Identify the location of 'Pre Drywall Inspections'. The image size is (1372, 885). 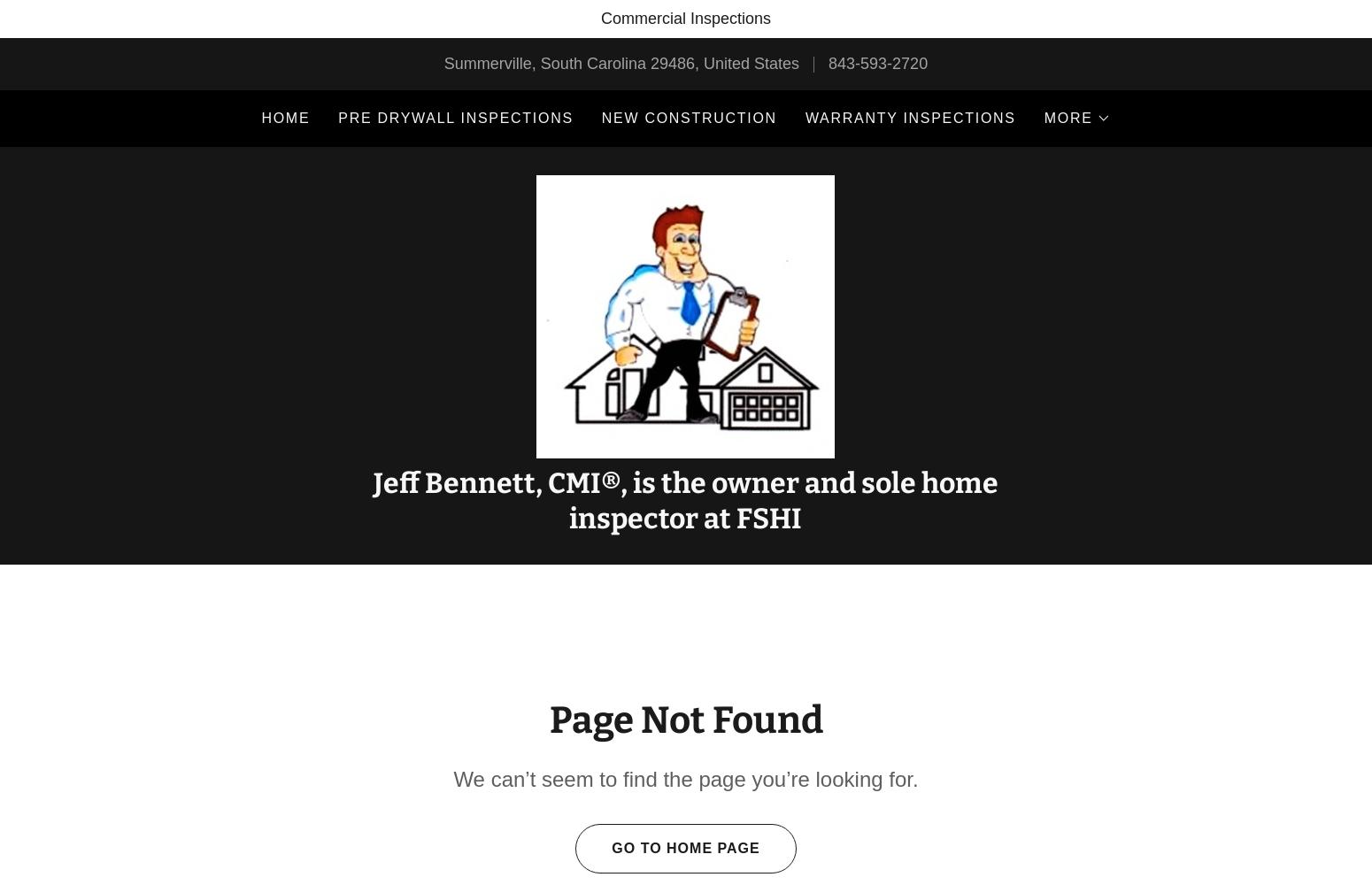
(454, 118).